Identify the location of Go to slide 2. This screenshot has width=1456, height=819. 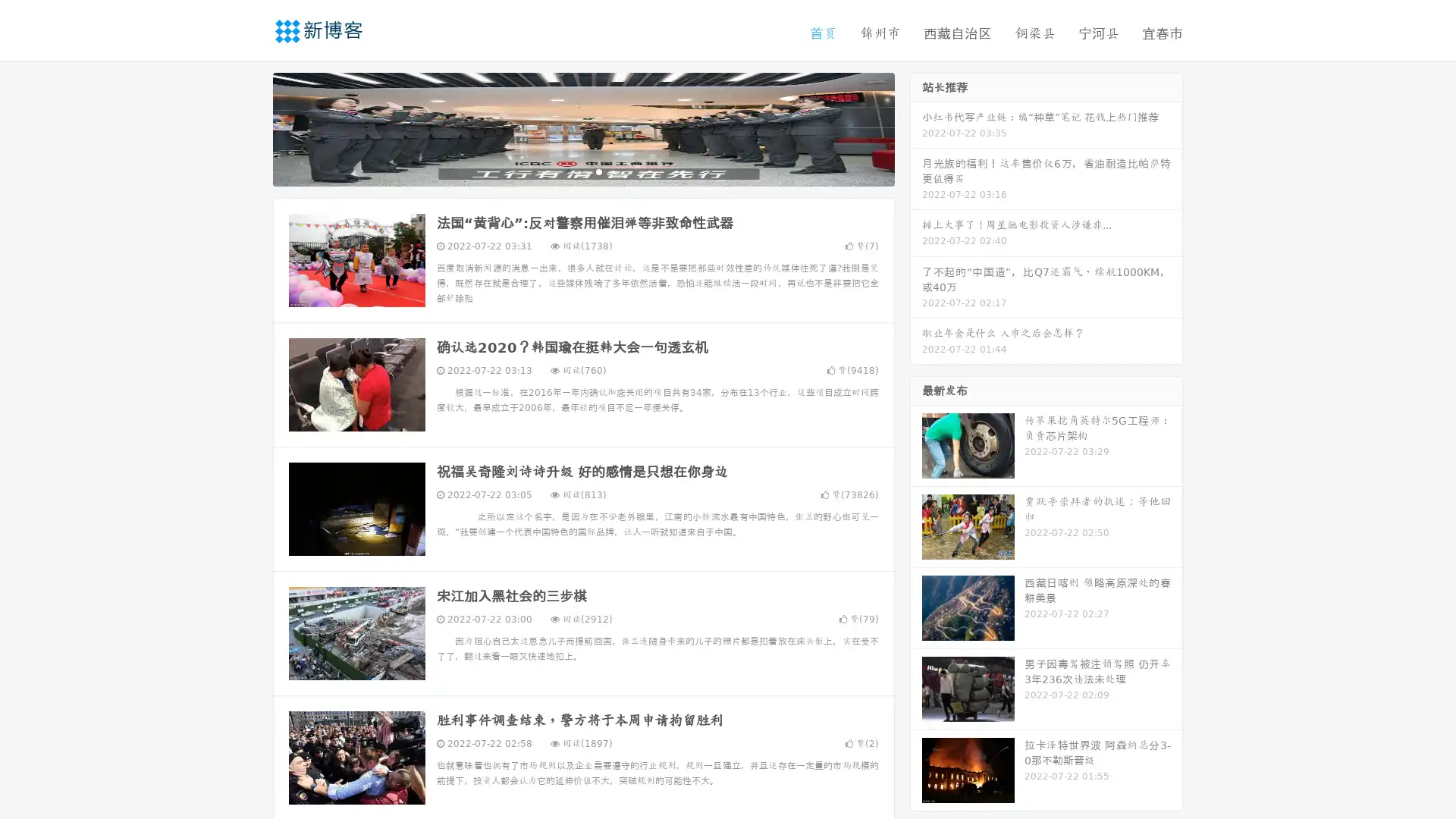
(582, 171).